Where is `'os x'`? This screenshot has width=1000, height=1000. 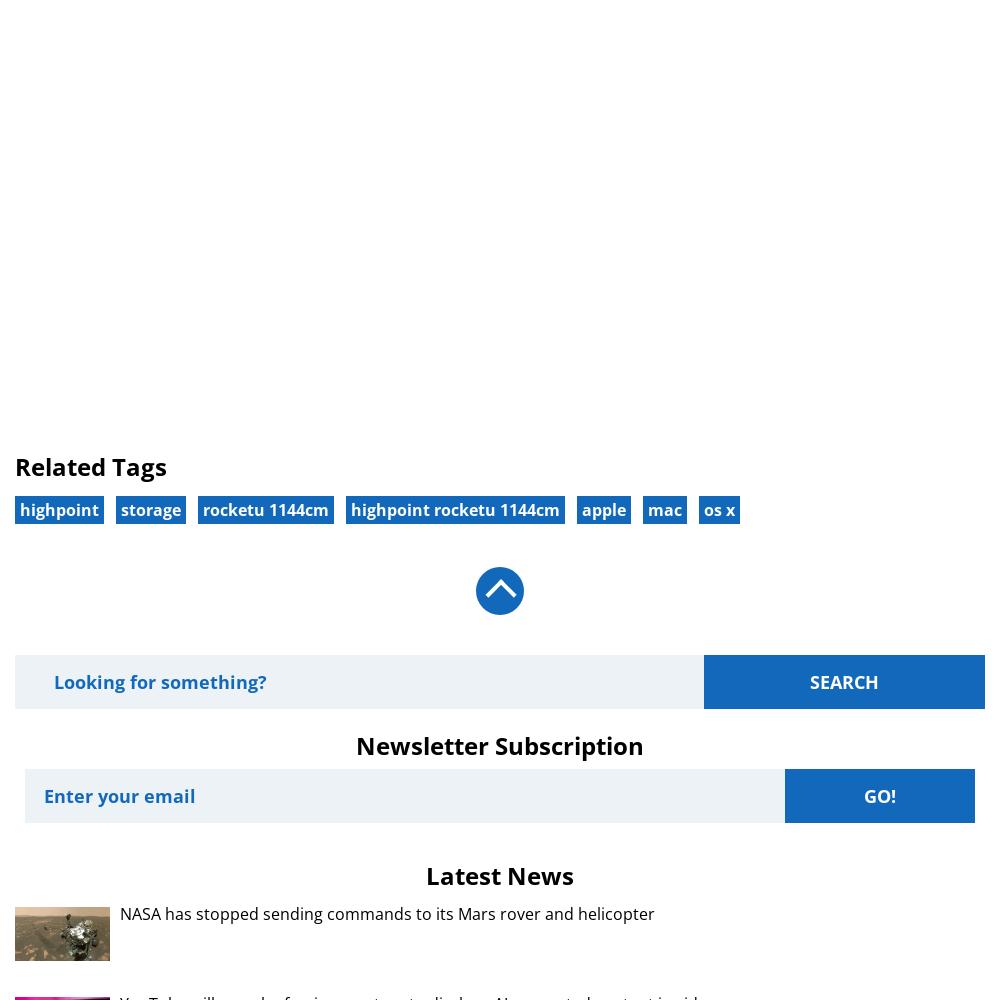 'os x' is located at coordinates (703, 509).